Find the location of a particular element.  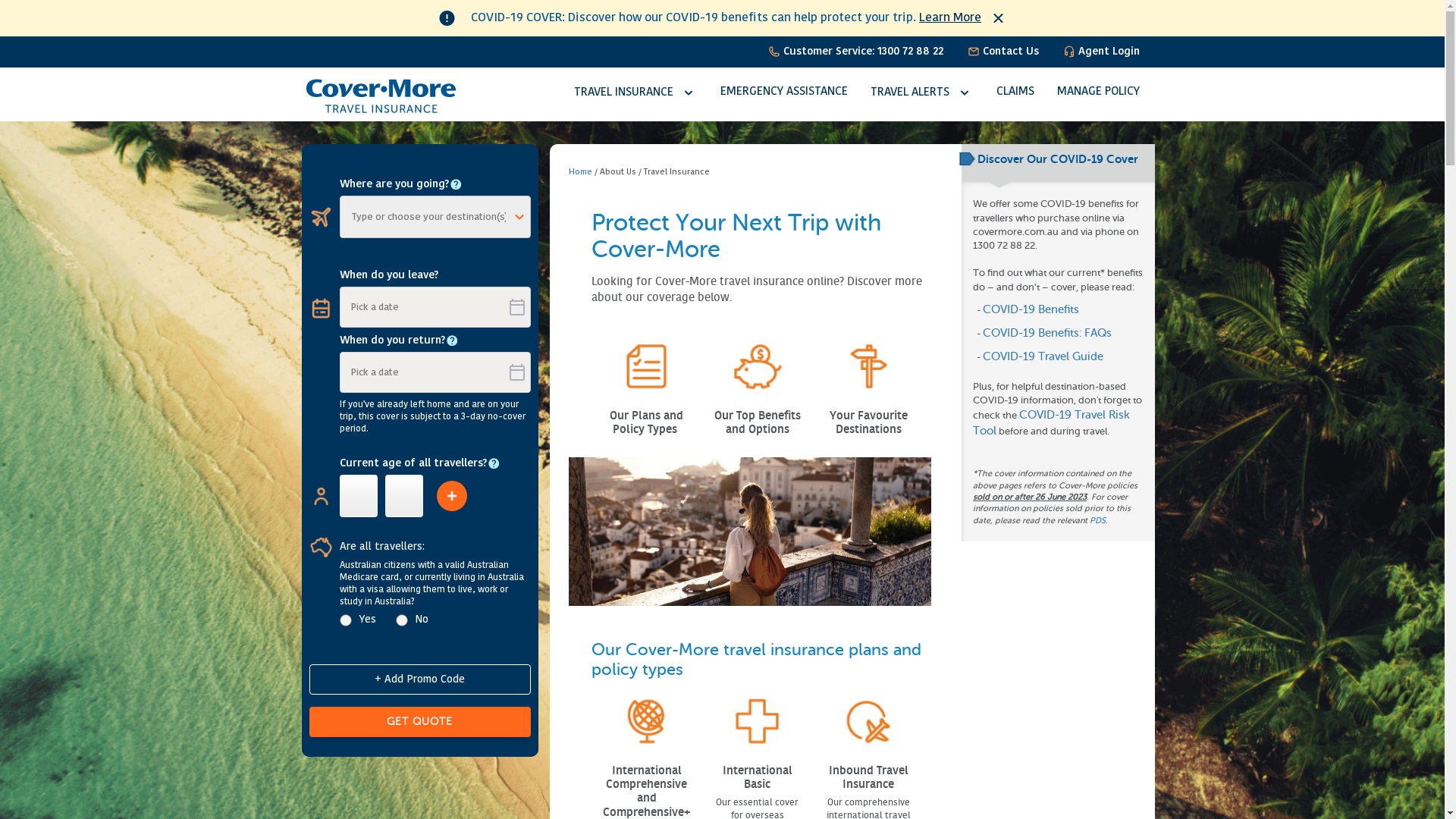

'Agent Login' is located at coordinates (1101, 51).